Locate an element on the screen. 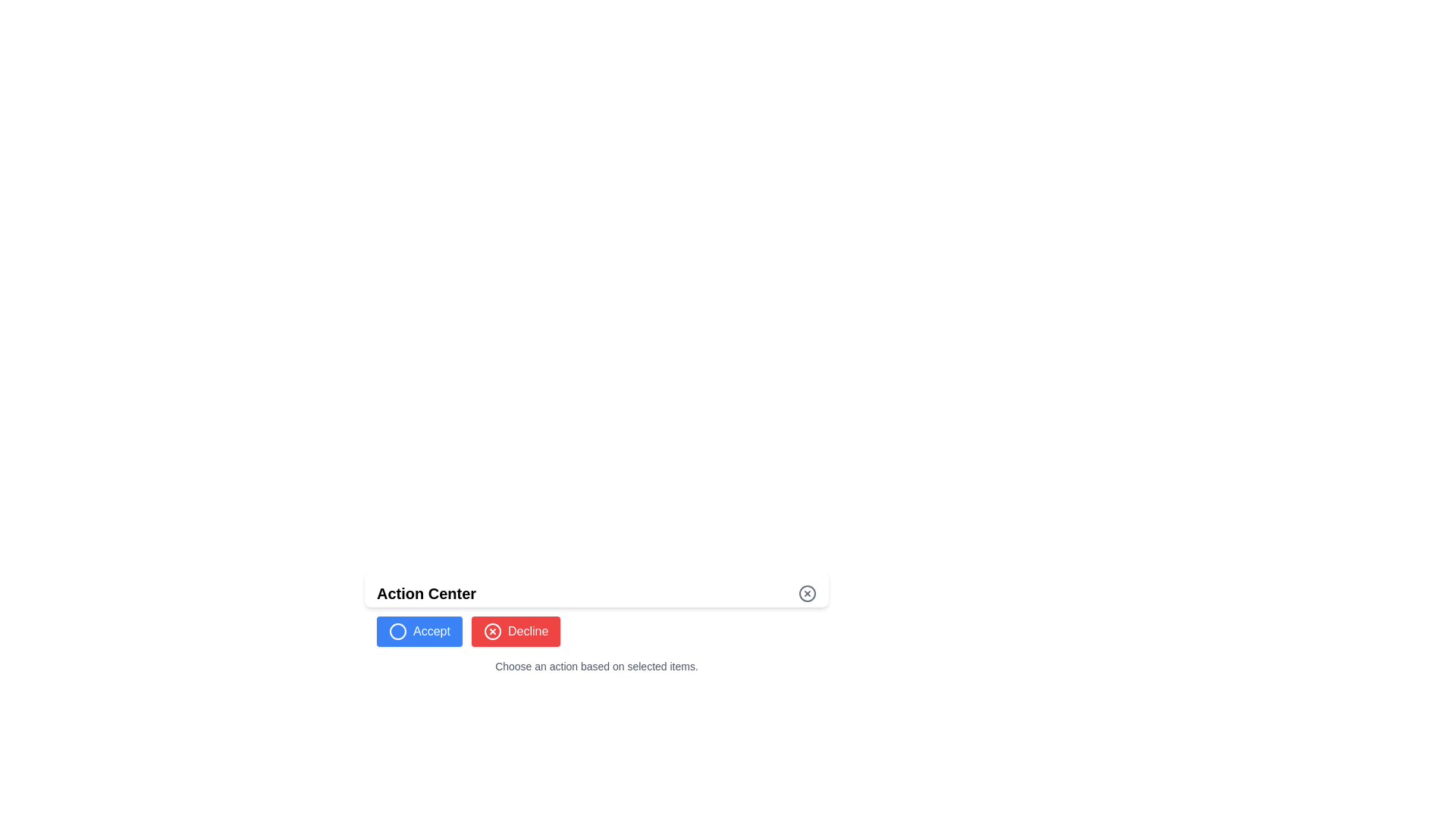 This screenshot has width=1456, height=819. the instructional text label stating 'Choose an action based on selected items.' which is positioned beneath the 'Accept' and 'Decline' buttons is located at coordinates (596, 666).